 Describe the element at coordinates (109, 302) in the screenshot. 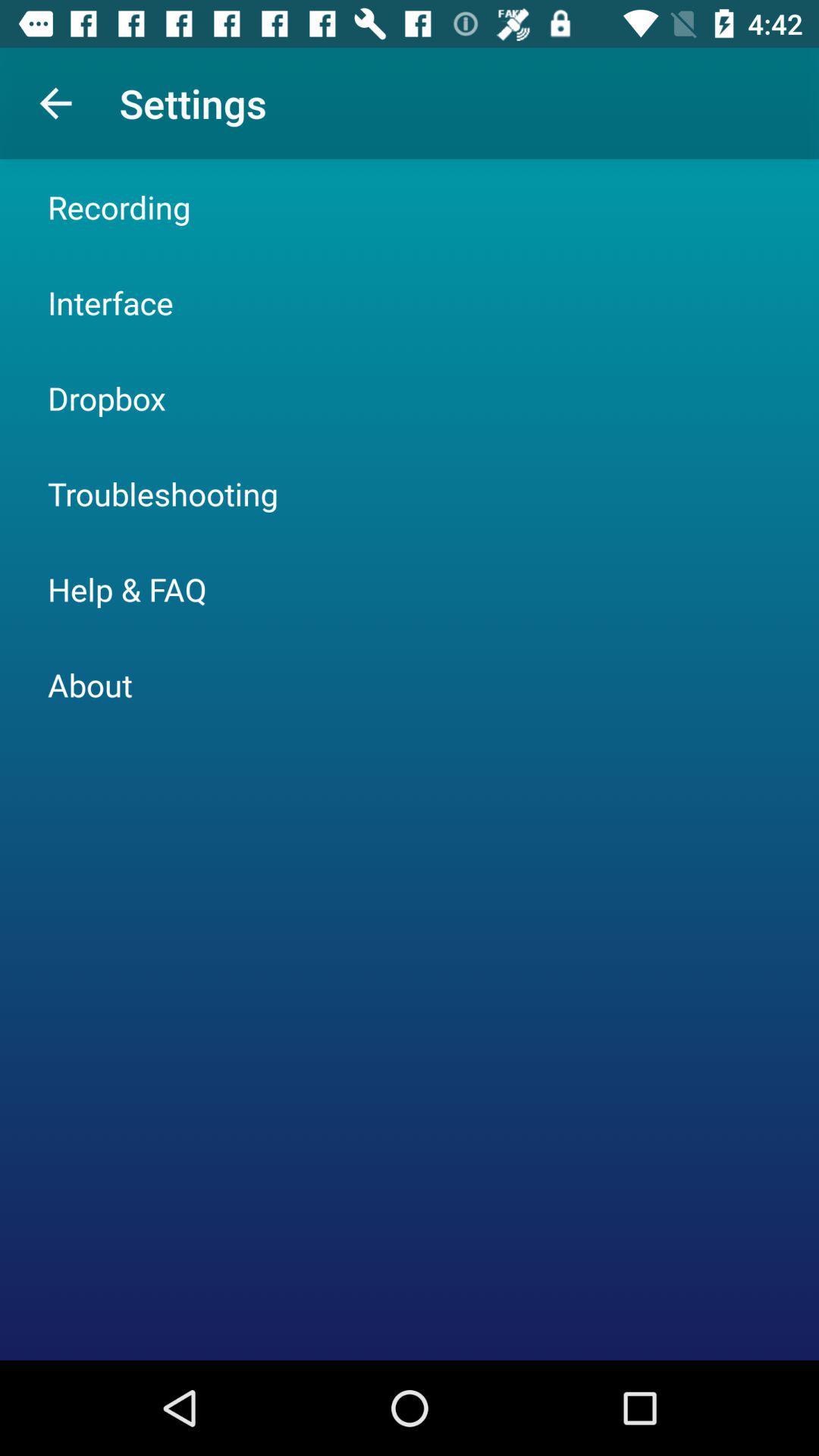

I see `the icon above dropbox icon` at that location.